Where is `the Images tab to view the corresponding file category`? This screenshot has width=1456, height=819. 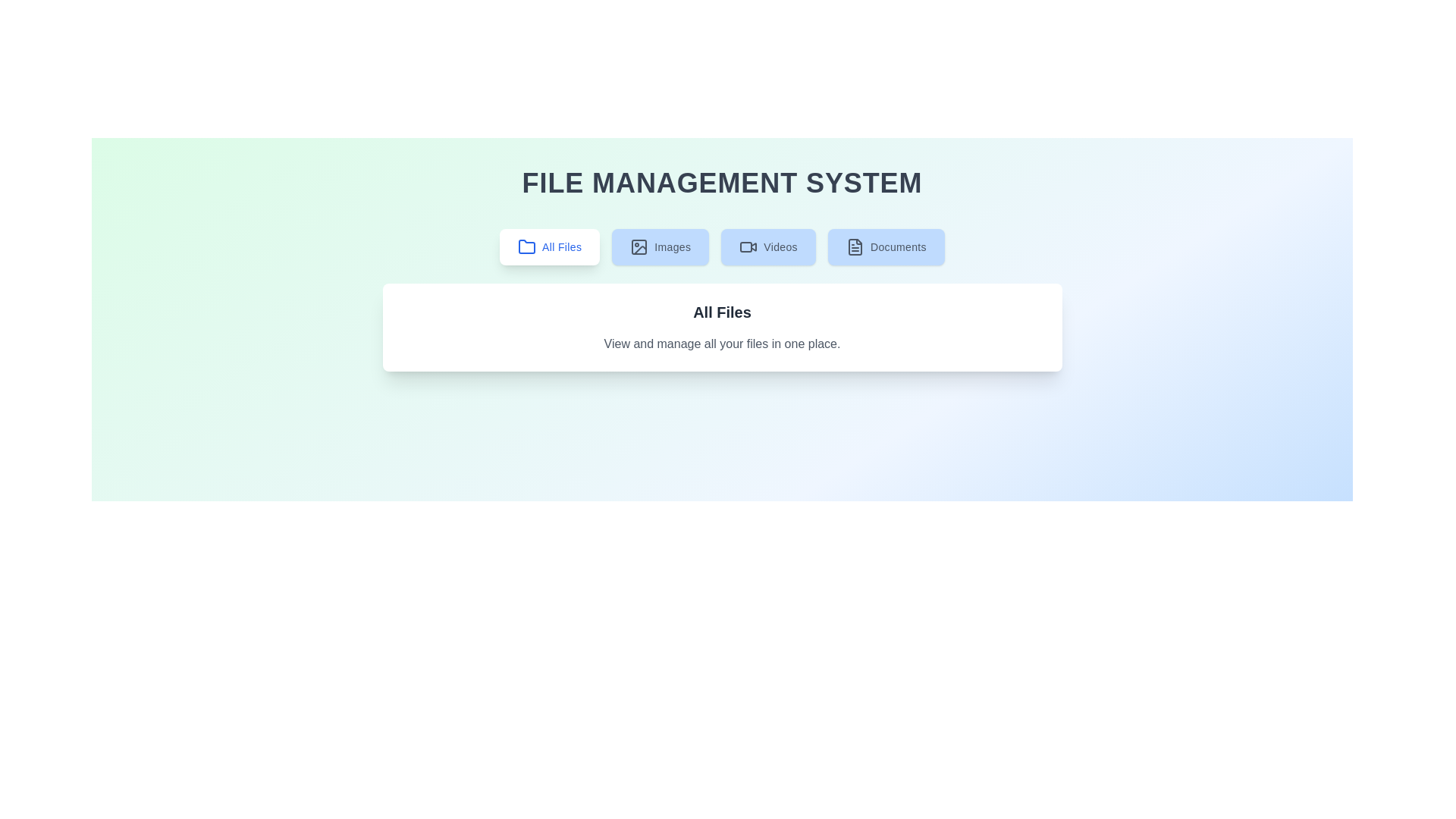 the Images tab to view the corresponding file category is located at coordinates (660, 246).